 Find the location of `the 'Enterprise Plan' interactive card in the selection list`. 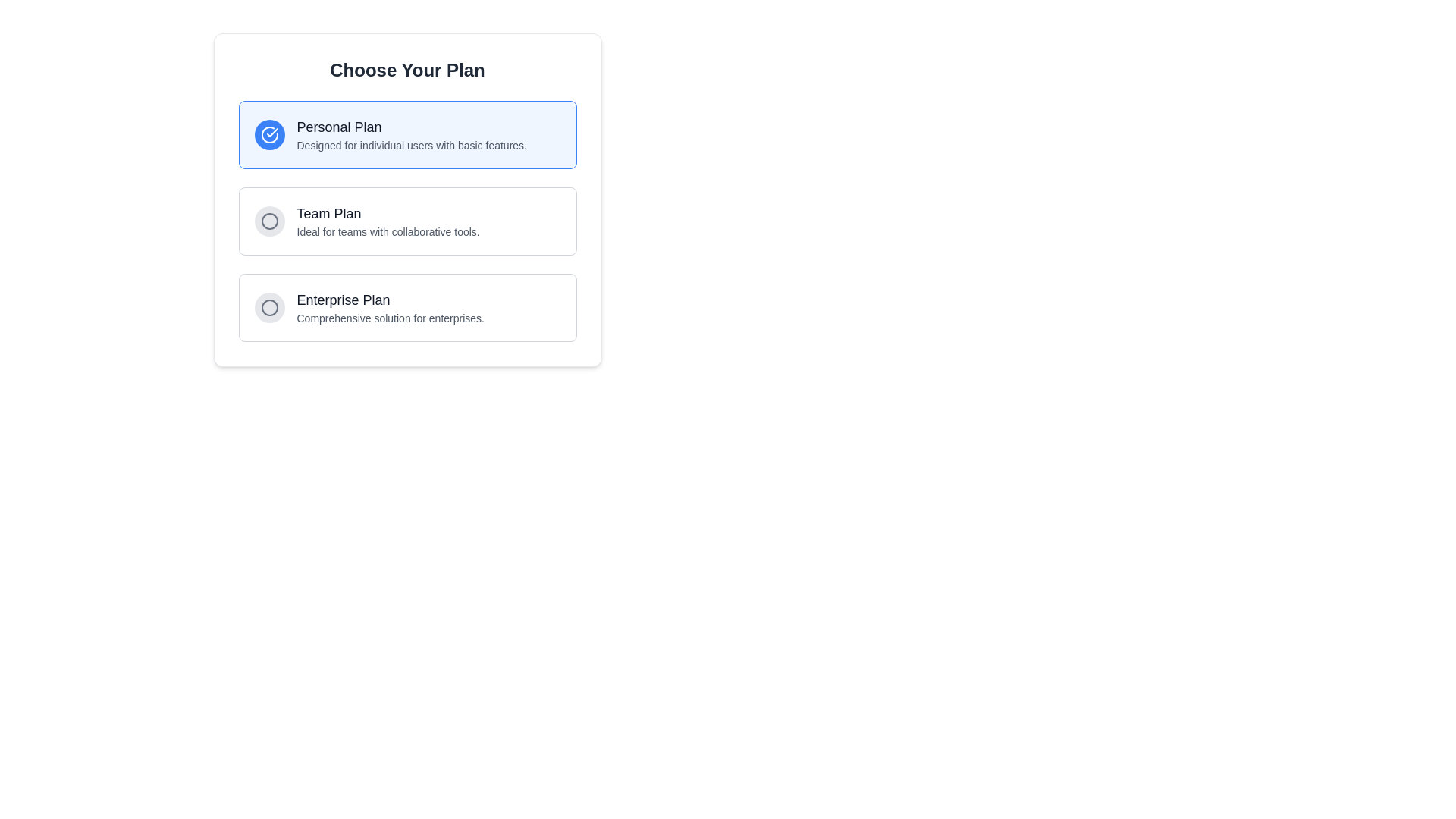

the 'Enterprise Plan' interactive card in the selection list is located at coordinates (407, 307).